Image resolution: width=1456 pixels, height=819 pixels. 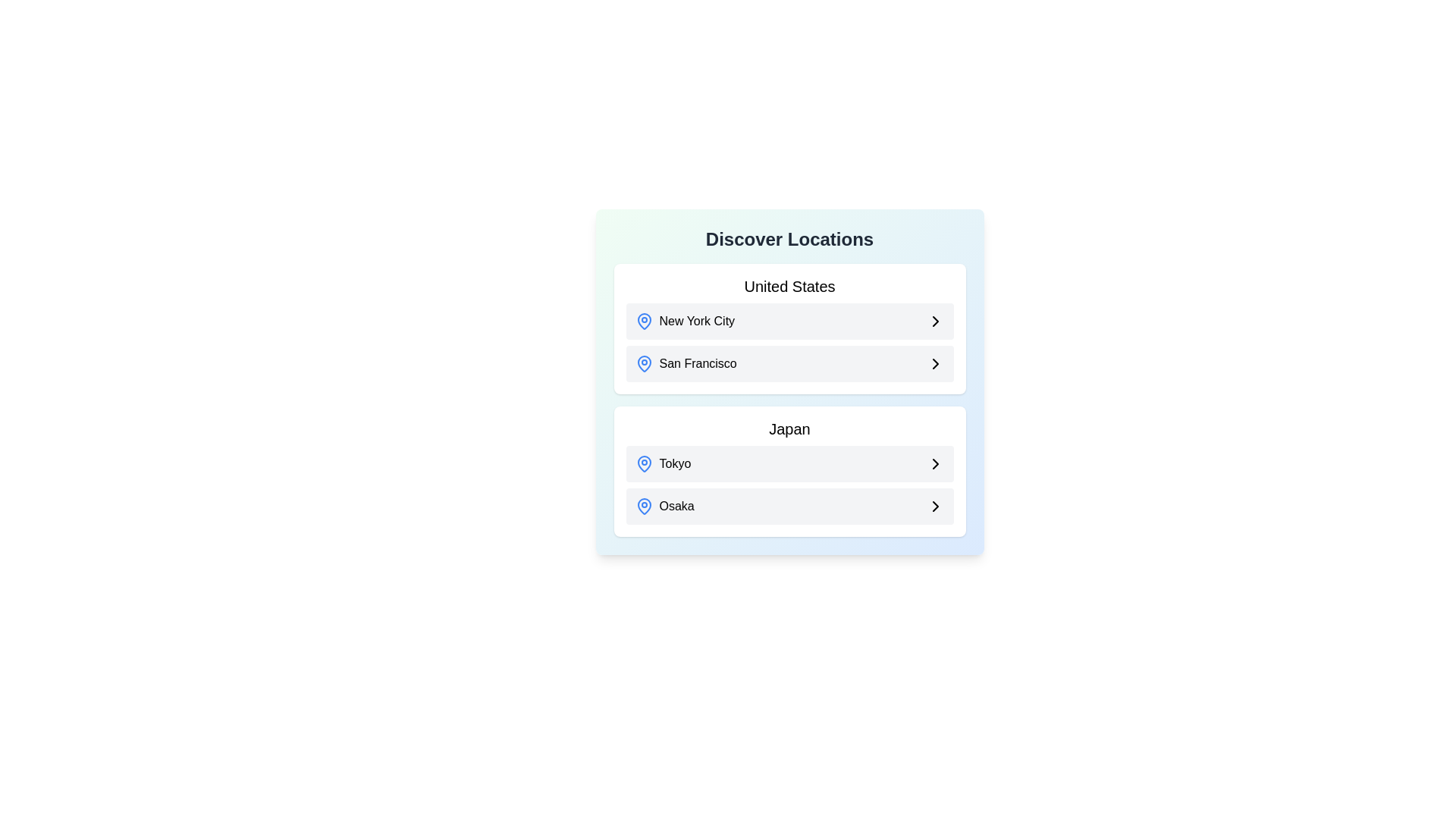 I want to click on the 'New York City' selectable location element located in the top section of the middle card under the title 'United States', so click(x=684, y=321).